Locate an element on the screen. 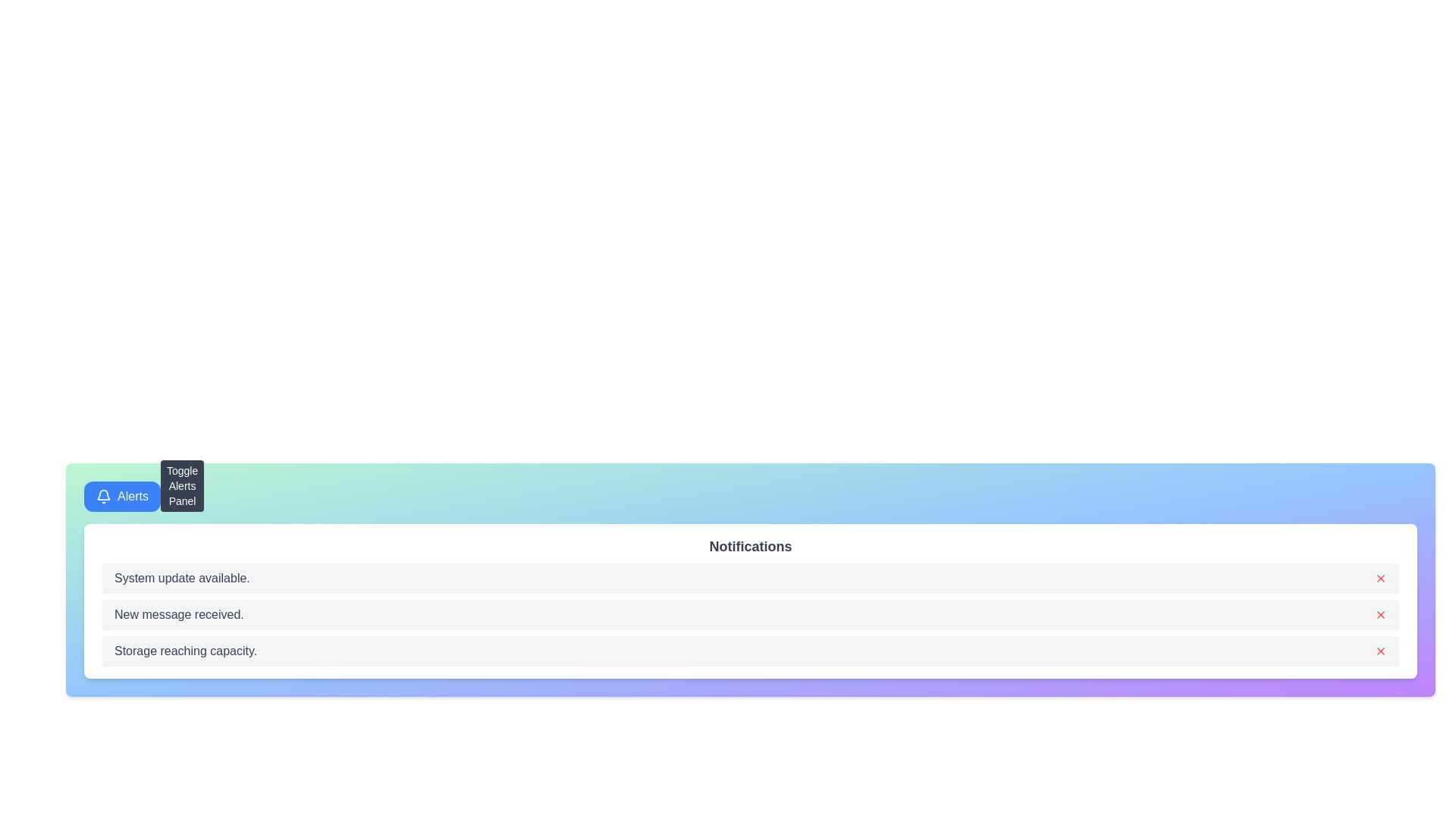 This screenshot has height=819, width=1456. the dismiss button located at the far-right position of the notification bar next to the text 'System update available.' is located at coordinates (1380, 579).